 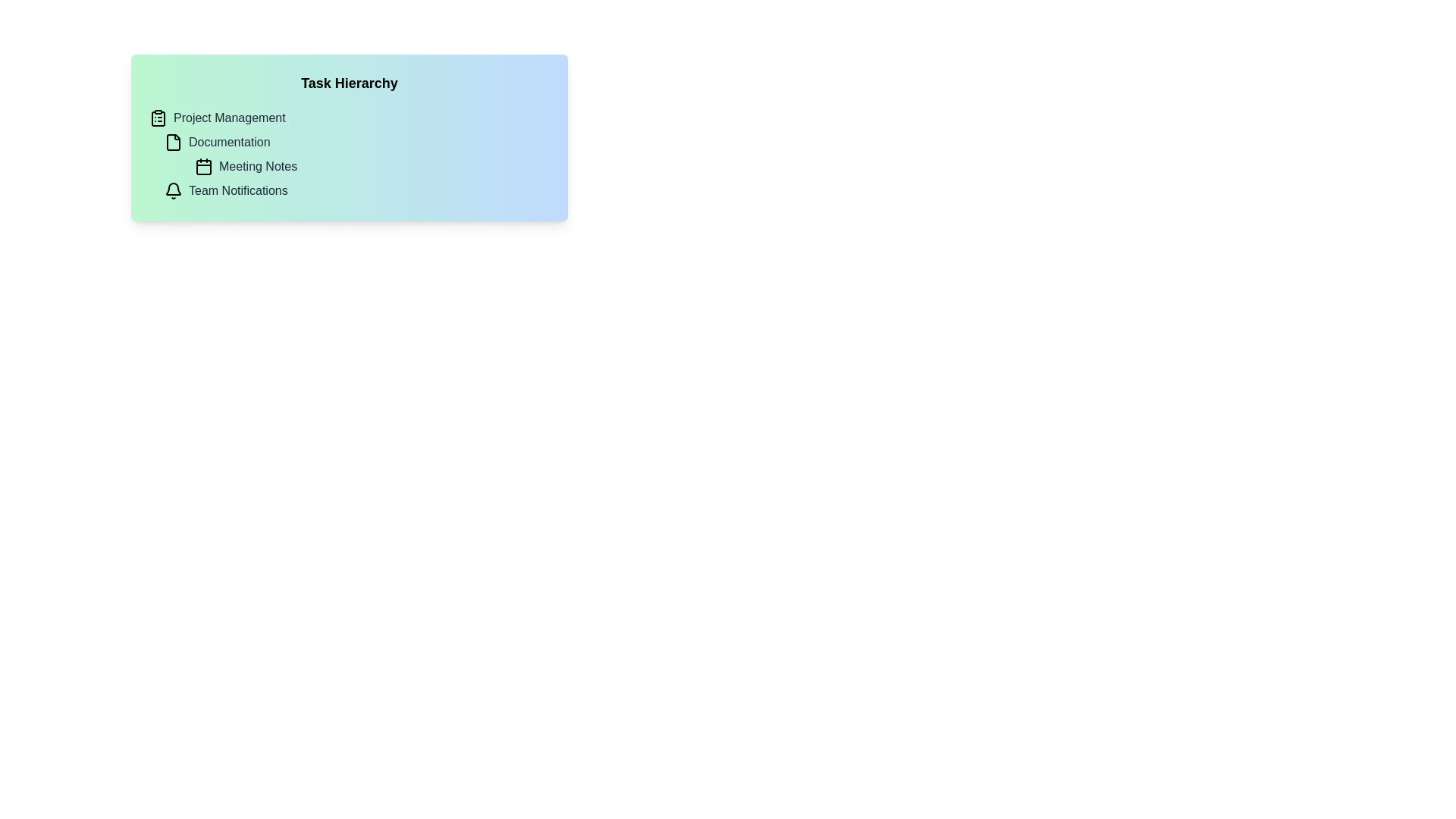 I want to click on the 'Project Management' text label located in the vertical menu, so click(x=228, y=117).